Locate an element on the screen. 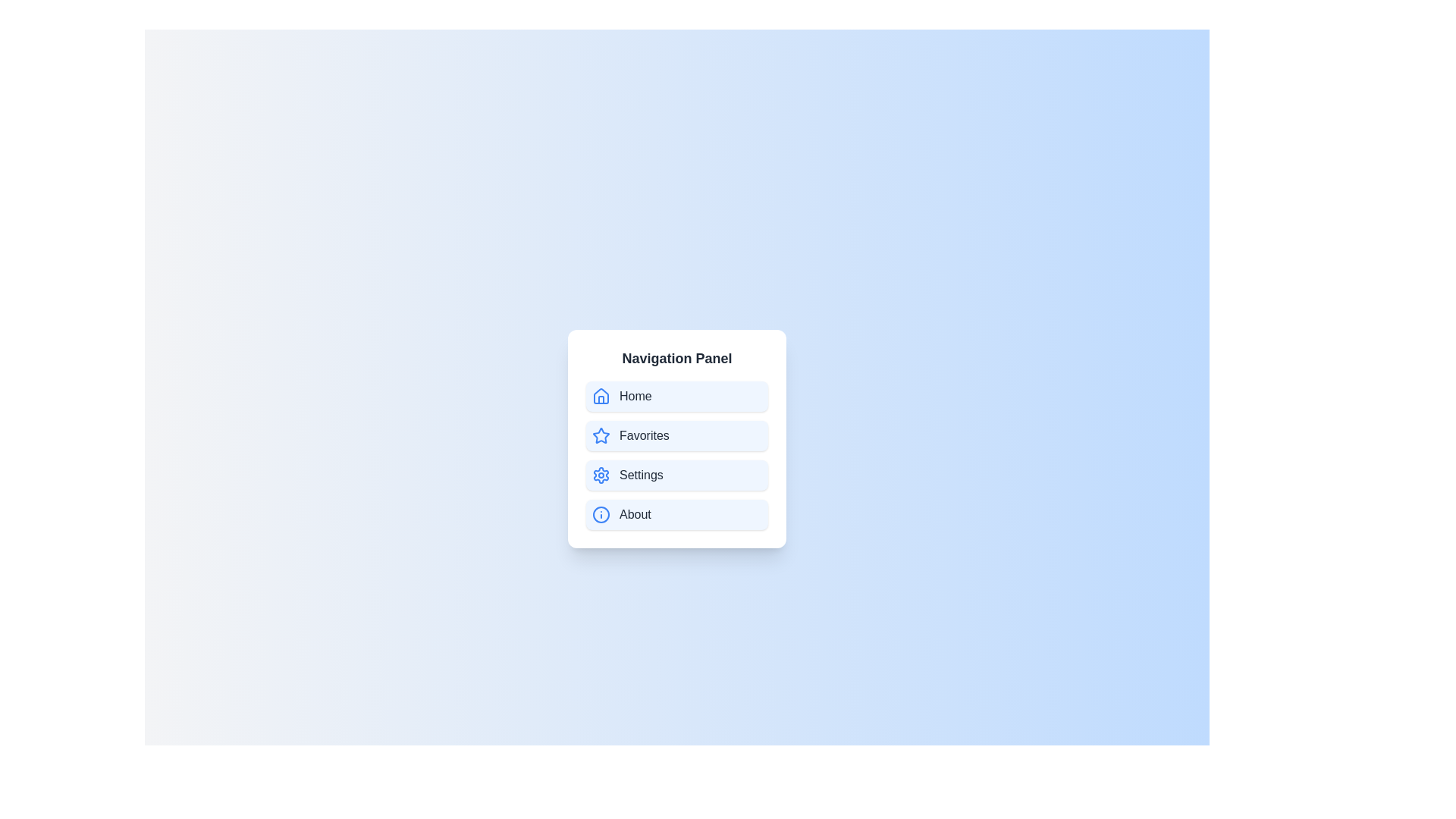 The height and width of the screenshot is (819, 1456). the 'About' button, which is the last item in a vertical list of options in the navigation panel is located at coordinates (676, 513).